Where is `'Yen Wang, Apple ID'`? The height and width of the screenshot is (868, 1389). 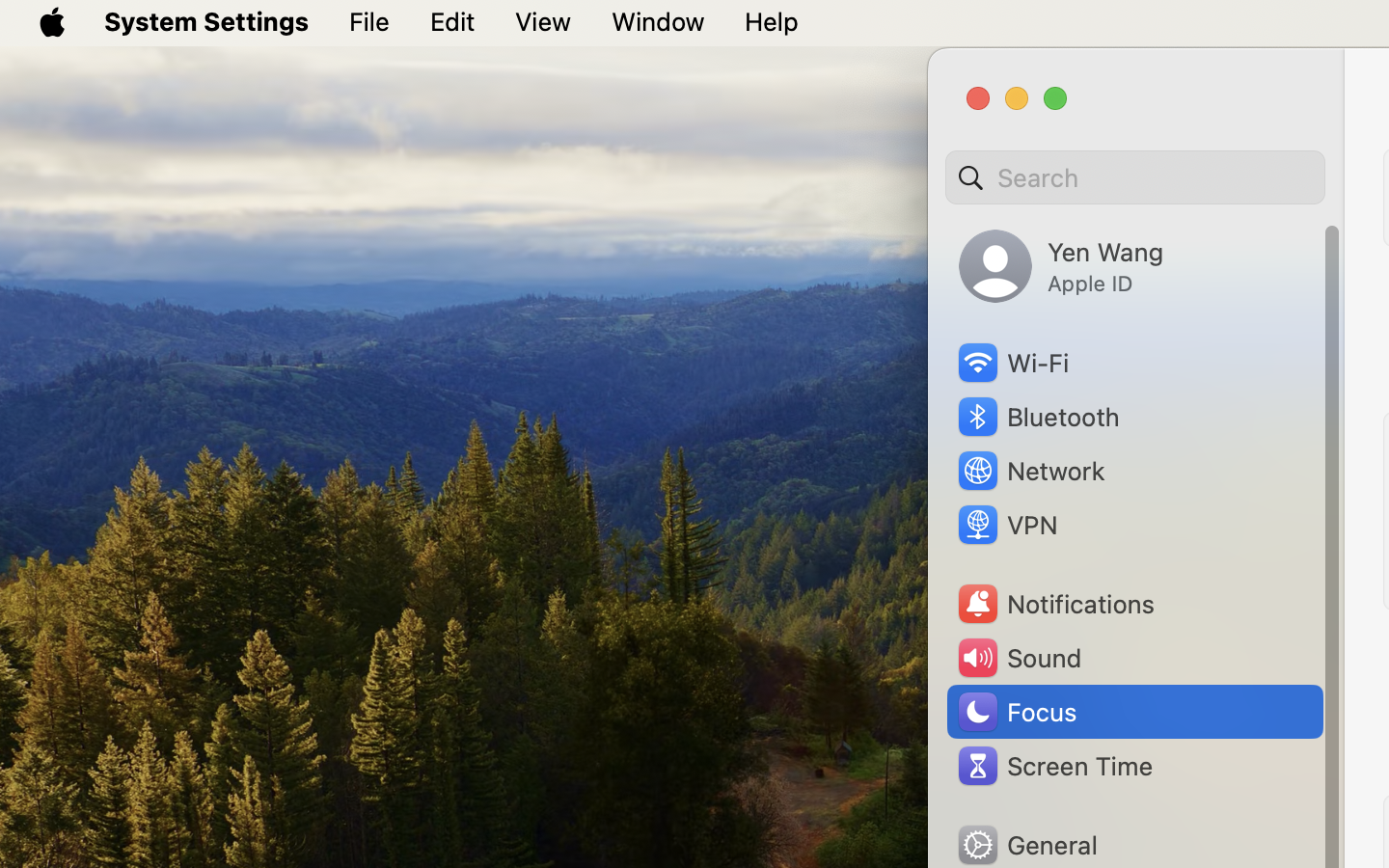 'Yen Wang, Apple ID' is located at coordinates (1060, 265).